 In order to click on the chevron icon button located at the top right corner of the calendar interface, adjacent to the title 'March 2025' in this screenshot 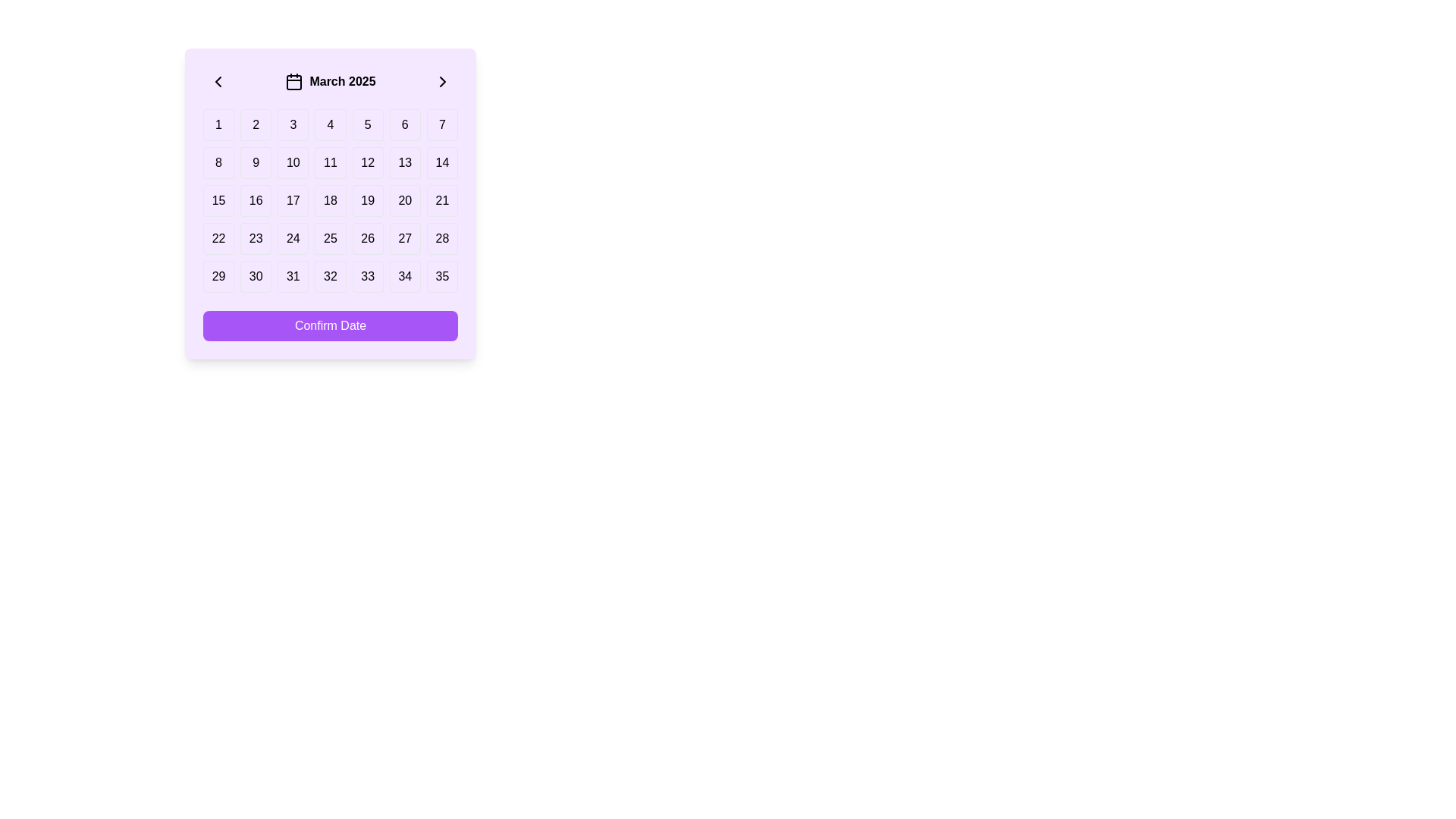, I will do `click(442, 82)`.